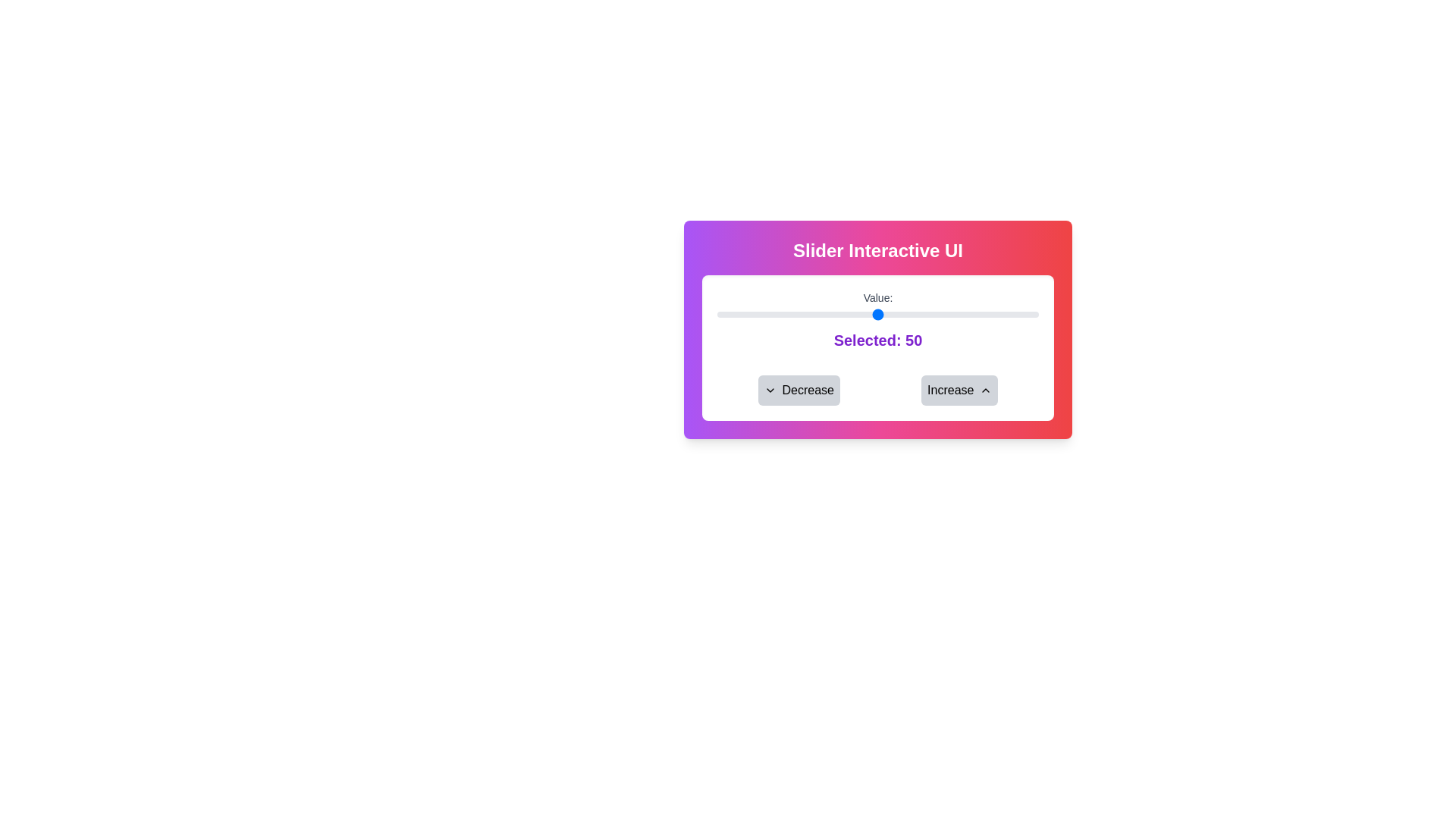  I want to click on the slider, so click(981, 314).